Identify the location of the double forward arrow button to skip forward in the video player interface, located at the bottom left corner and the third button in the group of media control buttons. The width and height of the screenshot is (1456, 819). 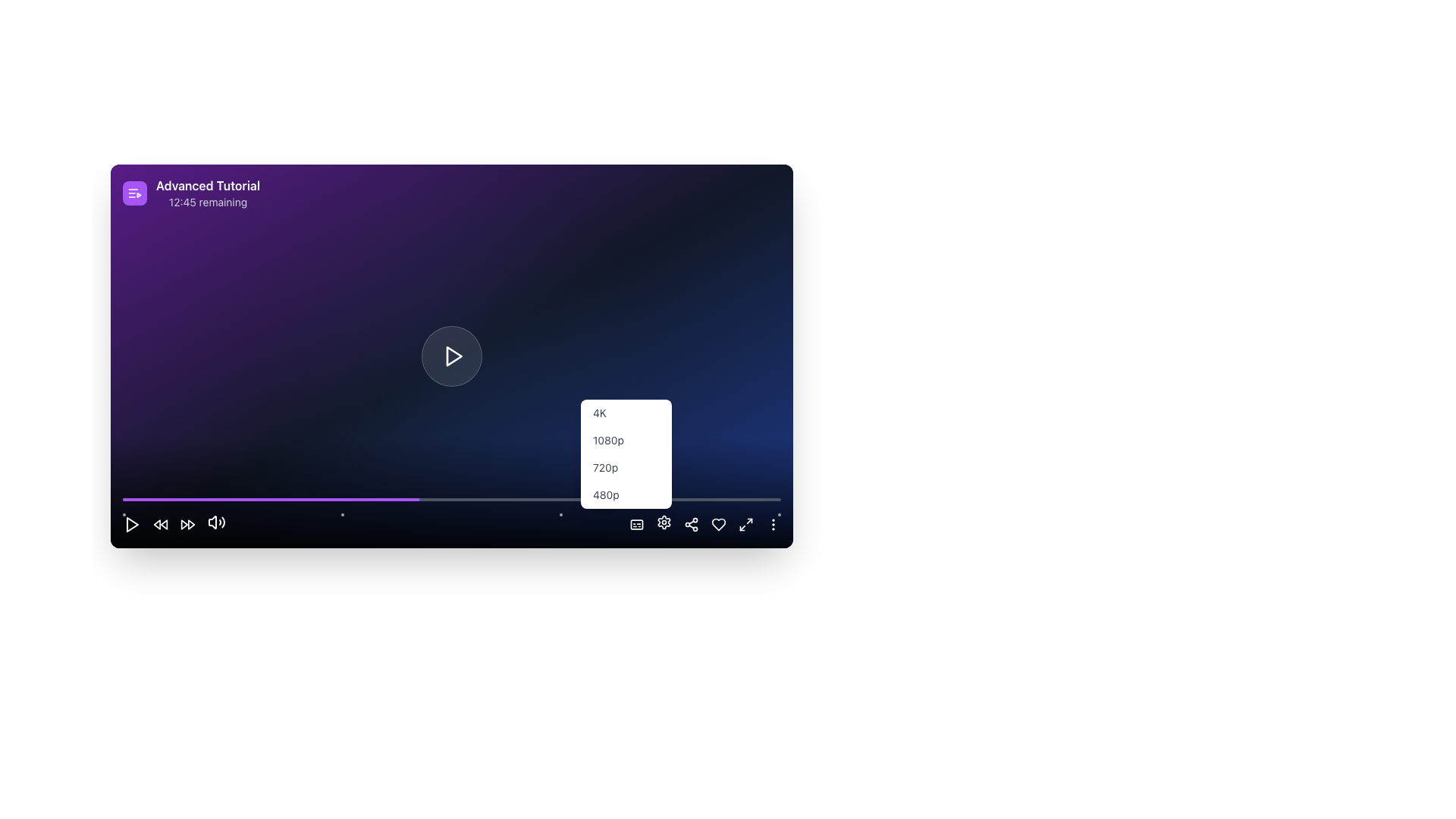
(187, 523).